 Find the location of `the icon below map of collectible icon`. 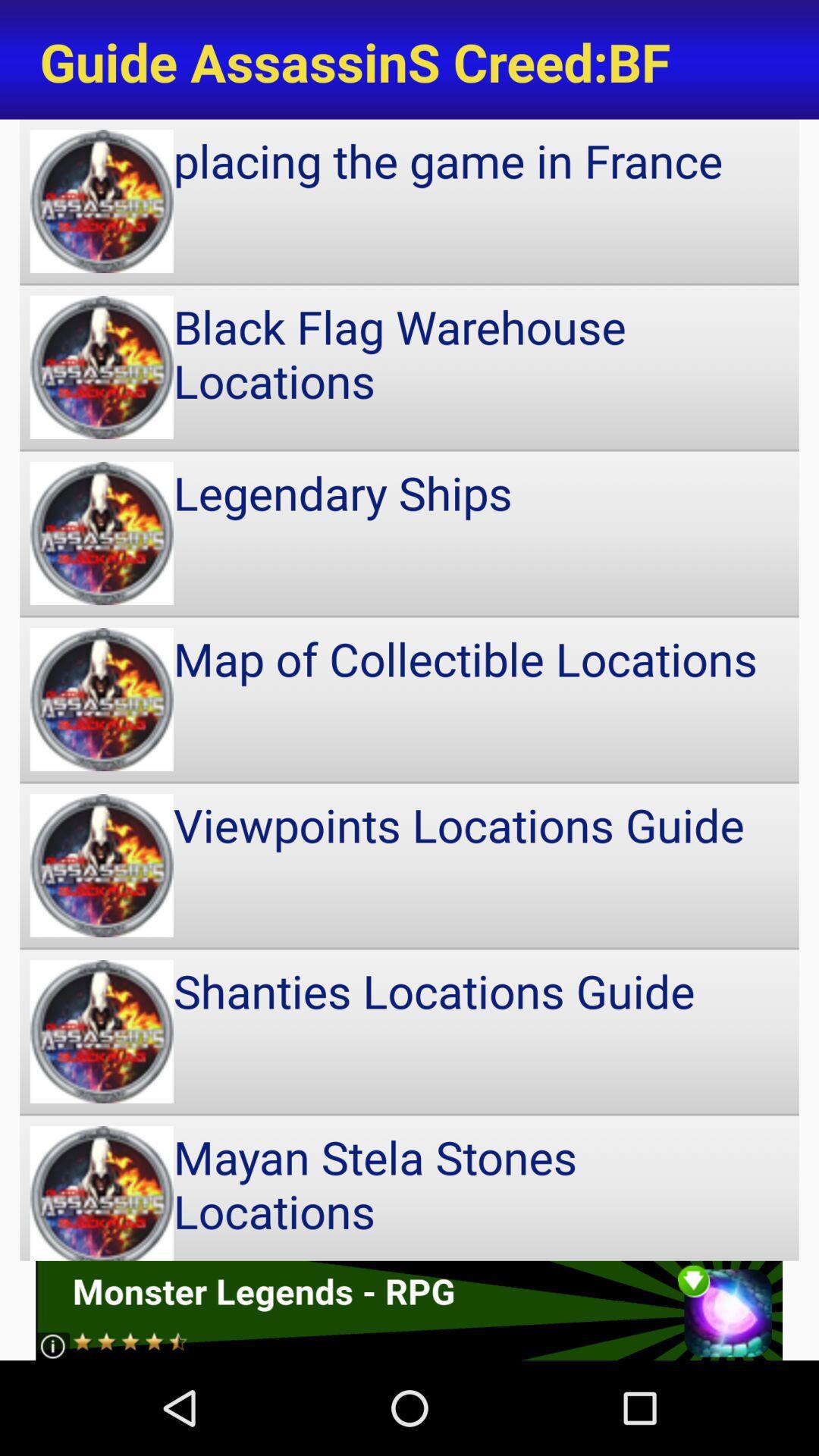

the icon below map of collectible icon is located at coordinates (409, 865).